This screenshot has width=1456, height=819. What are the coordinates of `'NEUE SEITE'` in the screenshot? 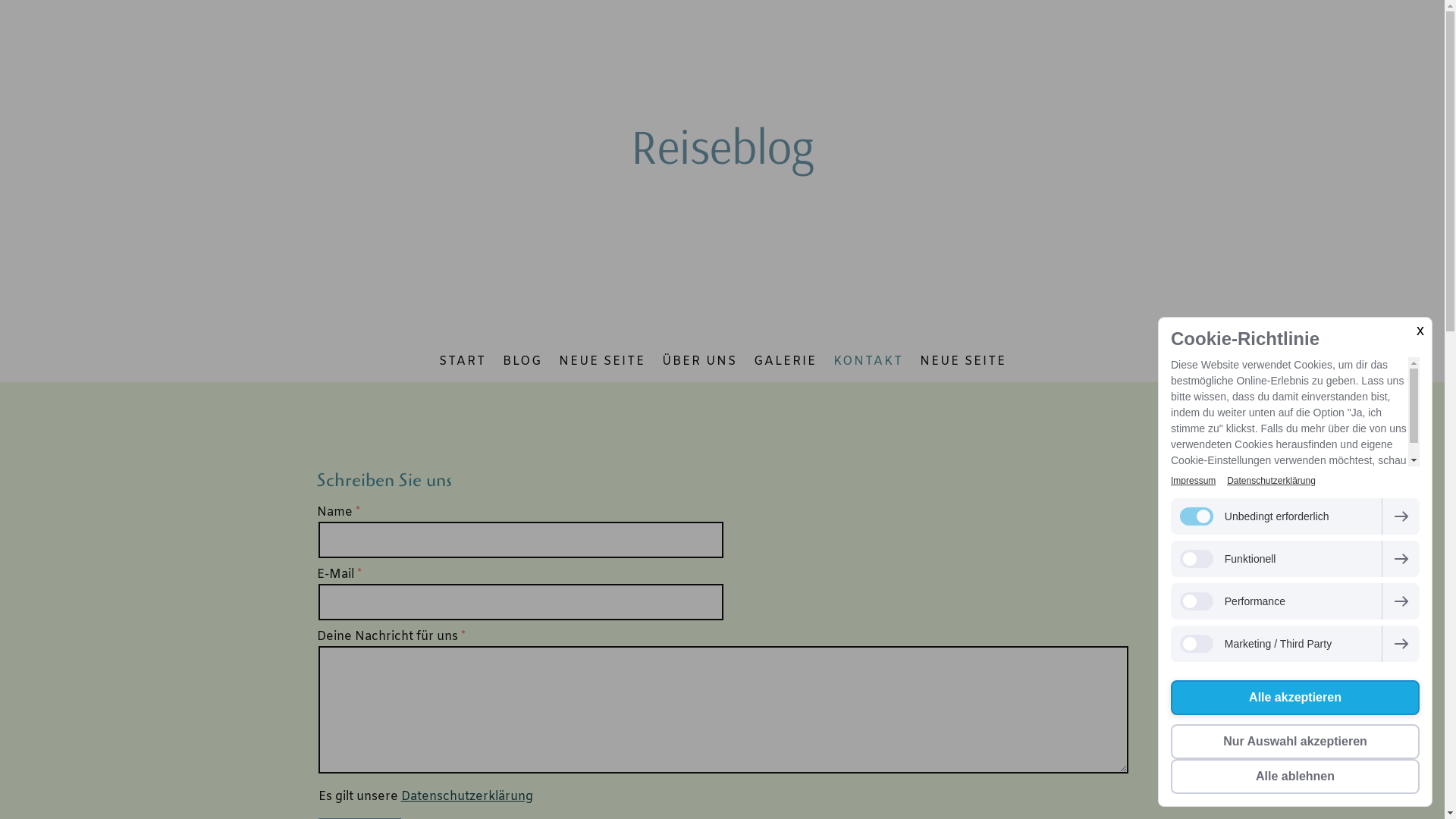 It's located at (962, 362).